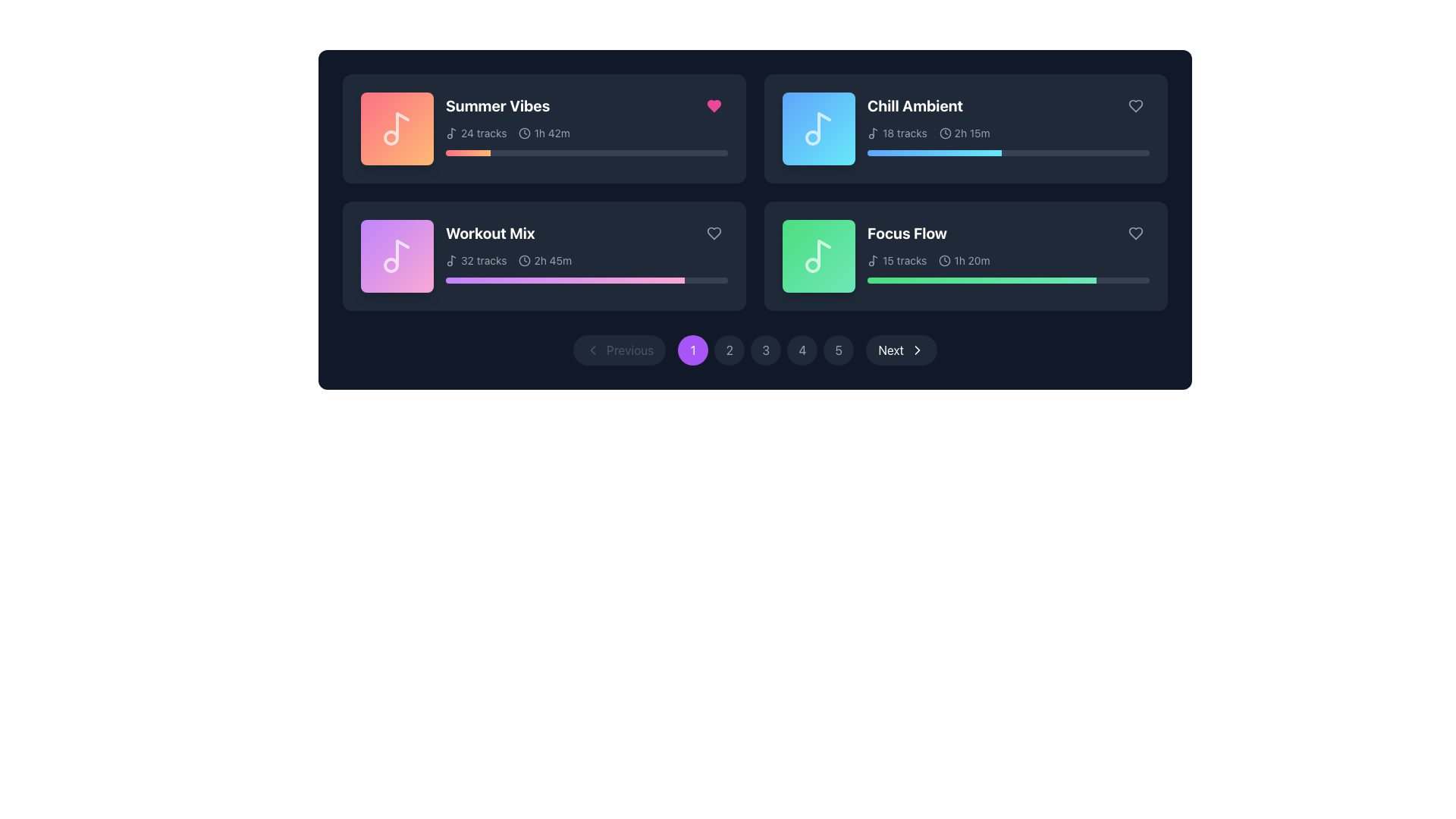 The height and width of the screenshot is (819, 1456). I want to click on the fifth pagination button located at the bottom-center of the interface, so click(838, 350).